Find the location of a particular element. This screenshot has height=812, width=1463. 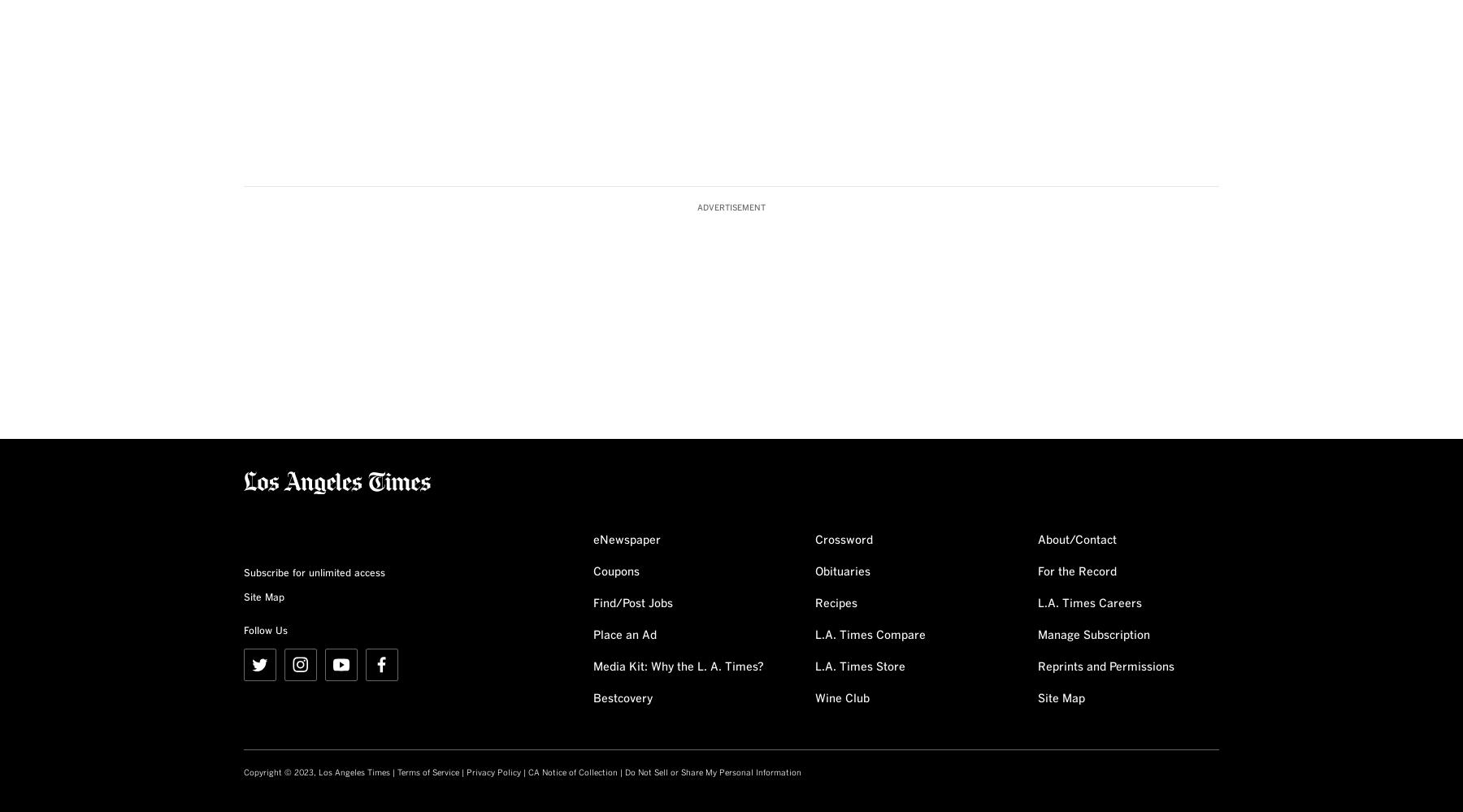

'Advertisement' is located at coordinates (731, 207).